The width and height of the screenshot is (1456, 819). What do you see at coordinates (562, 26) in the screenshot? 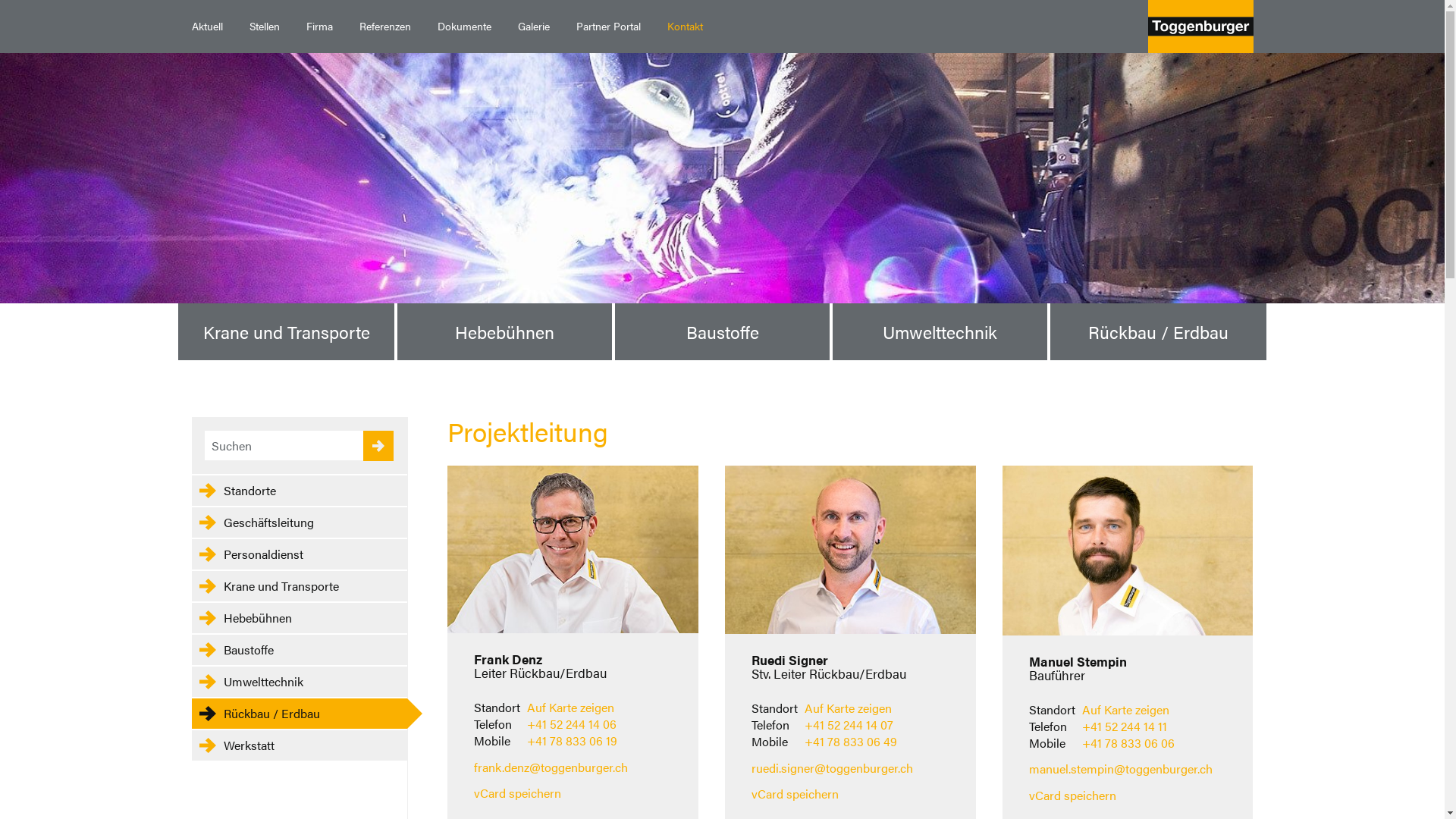
I see `'Partner Portal'` at bounding box center [562, 26].